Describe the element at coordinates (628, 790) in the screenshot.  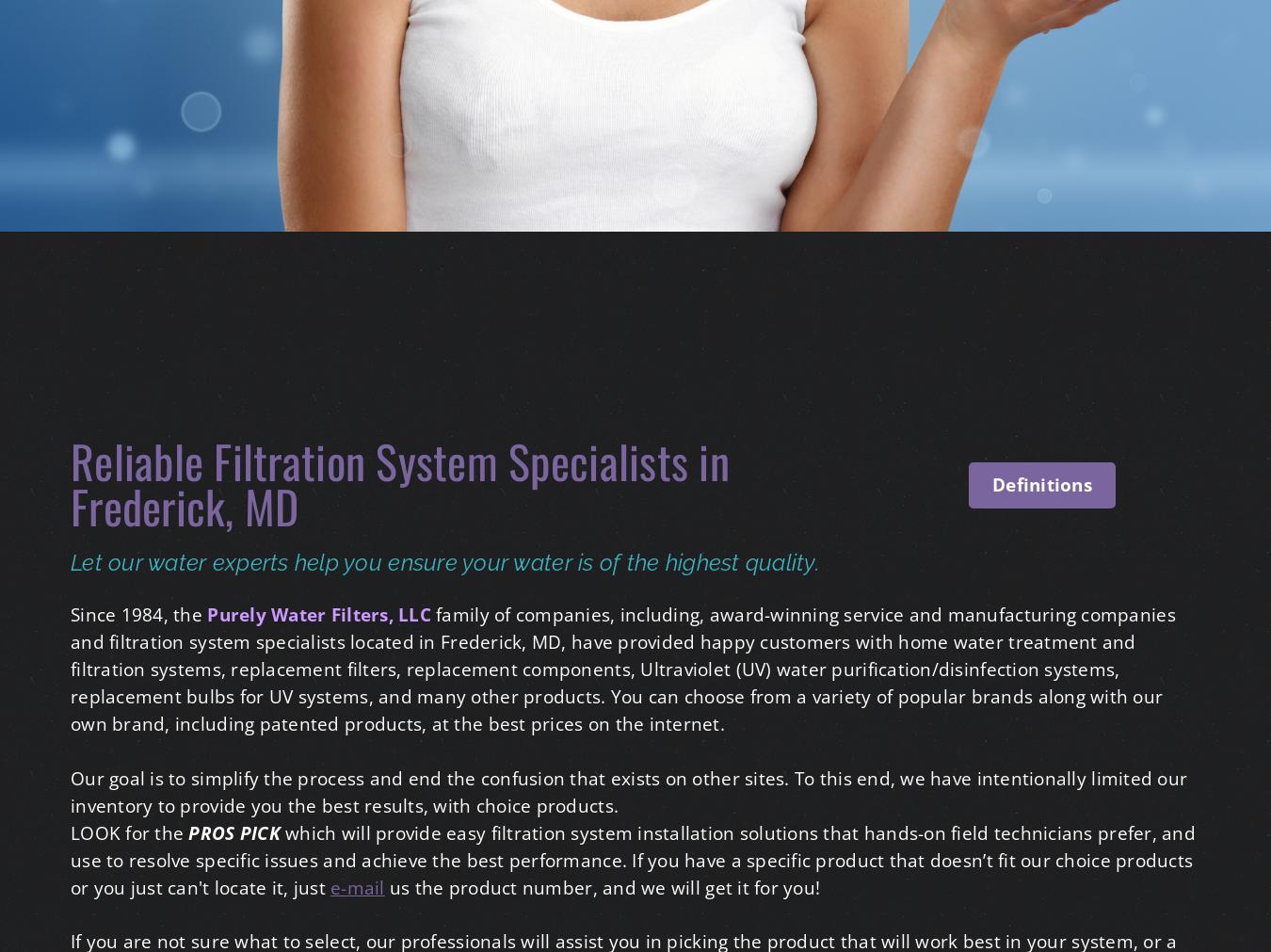
I see `'Our goal is to simplify the process and end the confusion that exists on other sites. To this end, we have intentionally limited our inventory to provide you the best results, with choice products.'` at that location.